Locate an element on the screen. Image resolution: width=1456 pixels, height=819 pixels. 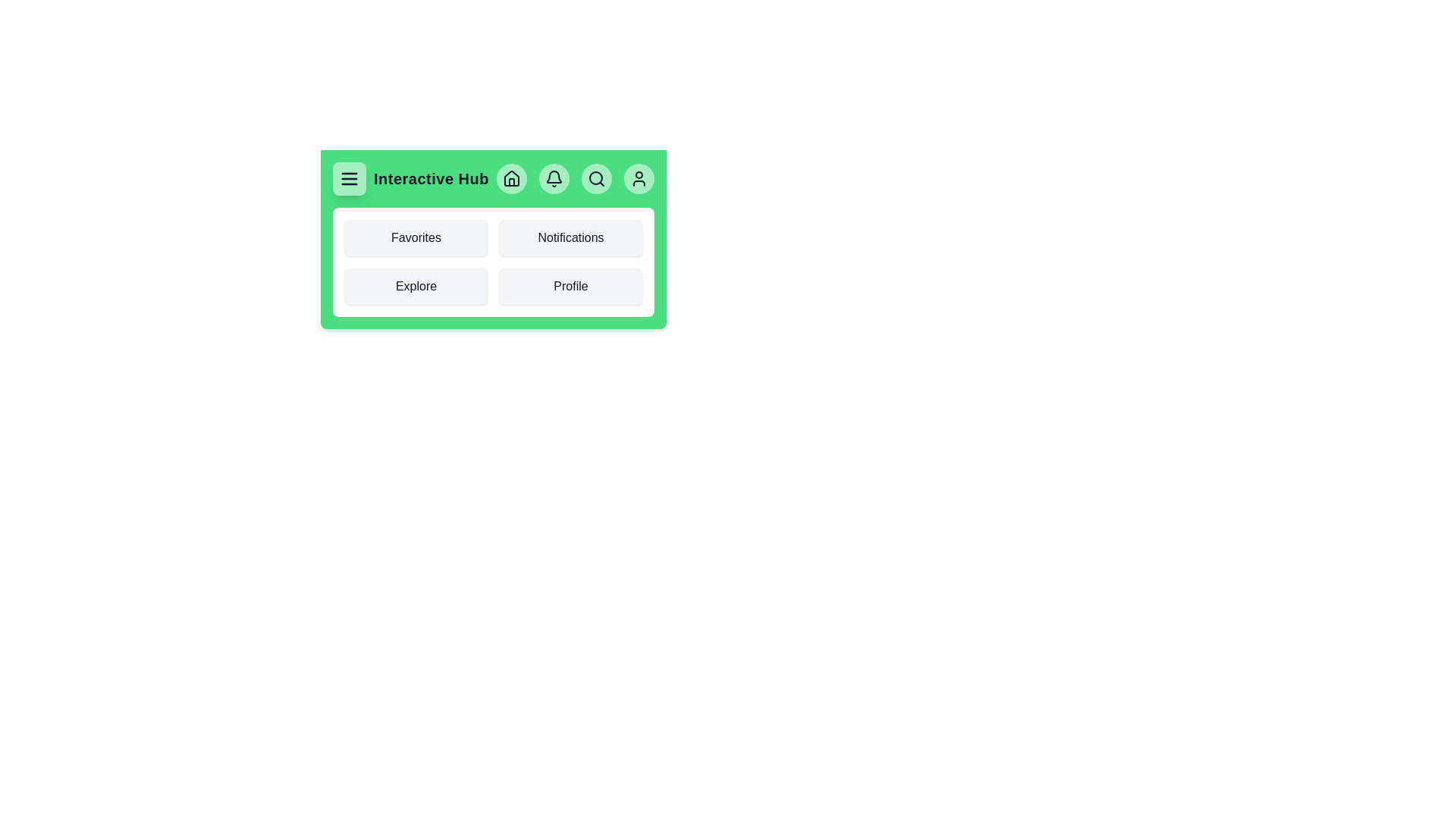
the interactive element Favorites Link is located at coordinates (416, 237).